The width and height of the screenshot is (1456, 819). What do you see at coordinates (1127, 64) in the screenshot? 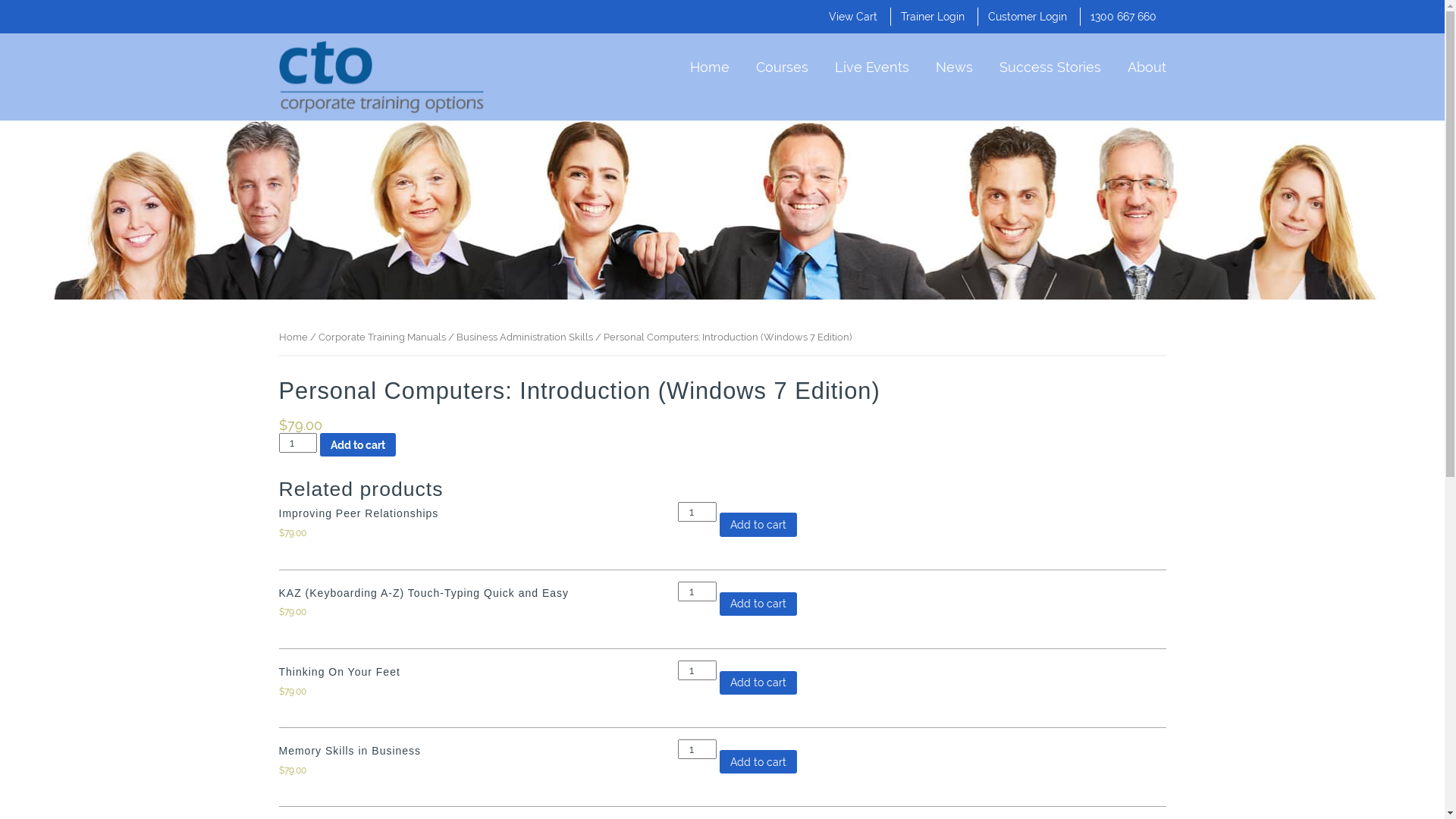
I see `'About'` at bounding box center [1127, 64].